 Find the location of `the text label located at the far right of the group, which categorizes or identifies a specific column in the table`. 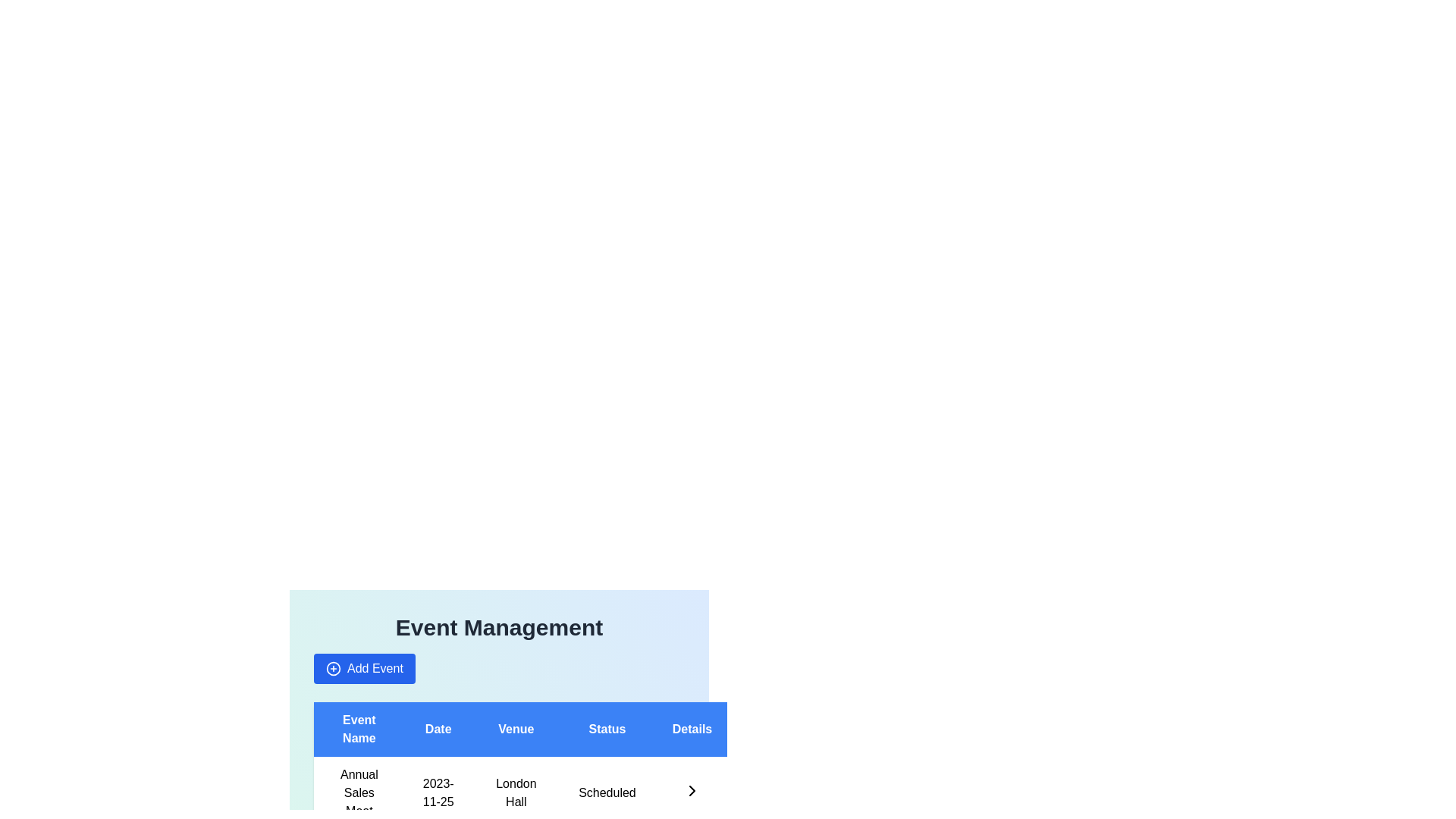

the text label located at the far right of the group, which categorizes or identifies a specific column in the table is located at coordinates (691, 728).